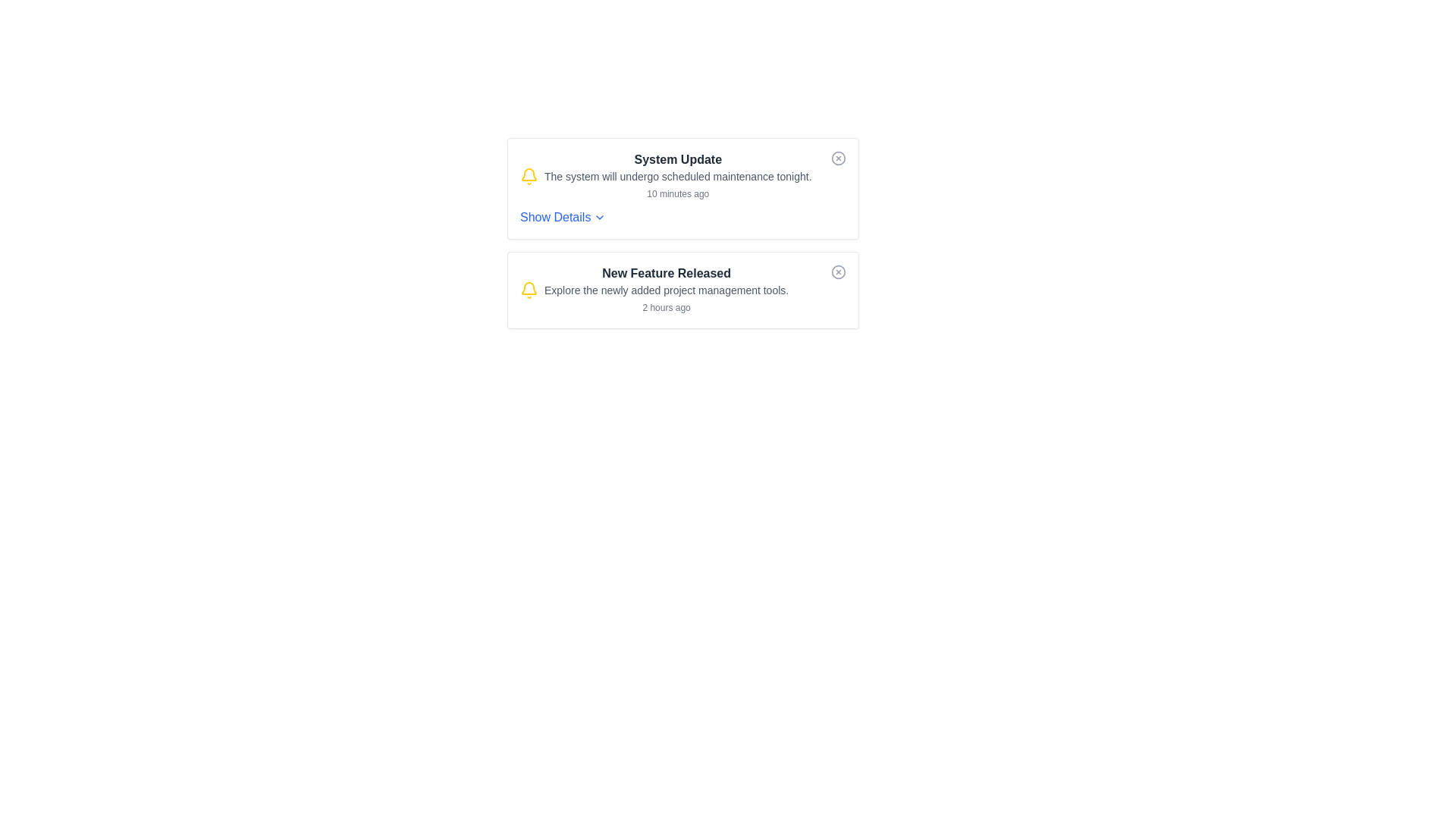 The width and height of the screenshot is (1456, 819). What do you see at coordinates (667, 290) in the screenshot?
I see `the text label that provides informational context regarding the new feature released in project management tools, located within the second notification card, below the title 'New Feature Released'` at bounding box center [667, 290].